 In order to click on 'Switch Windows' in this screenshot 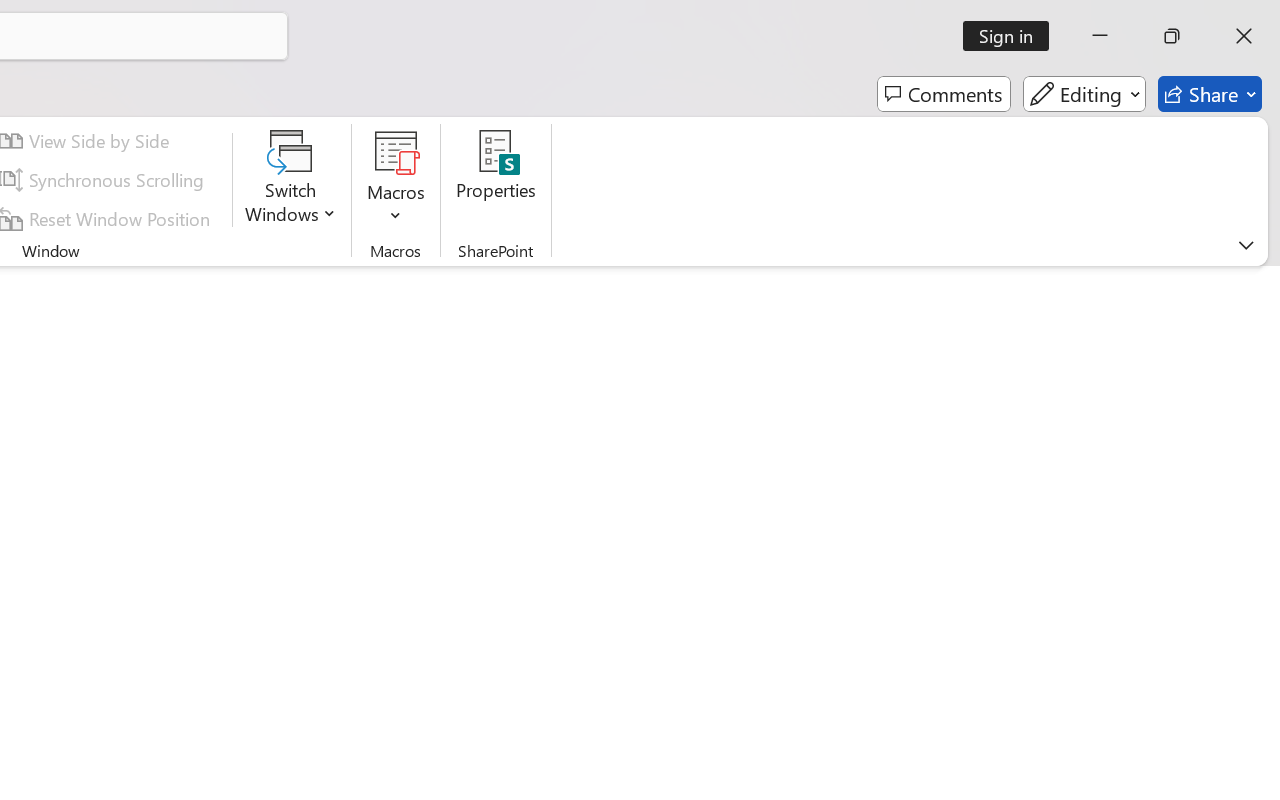, I will do `click(290, 179)`.